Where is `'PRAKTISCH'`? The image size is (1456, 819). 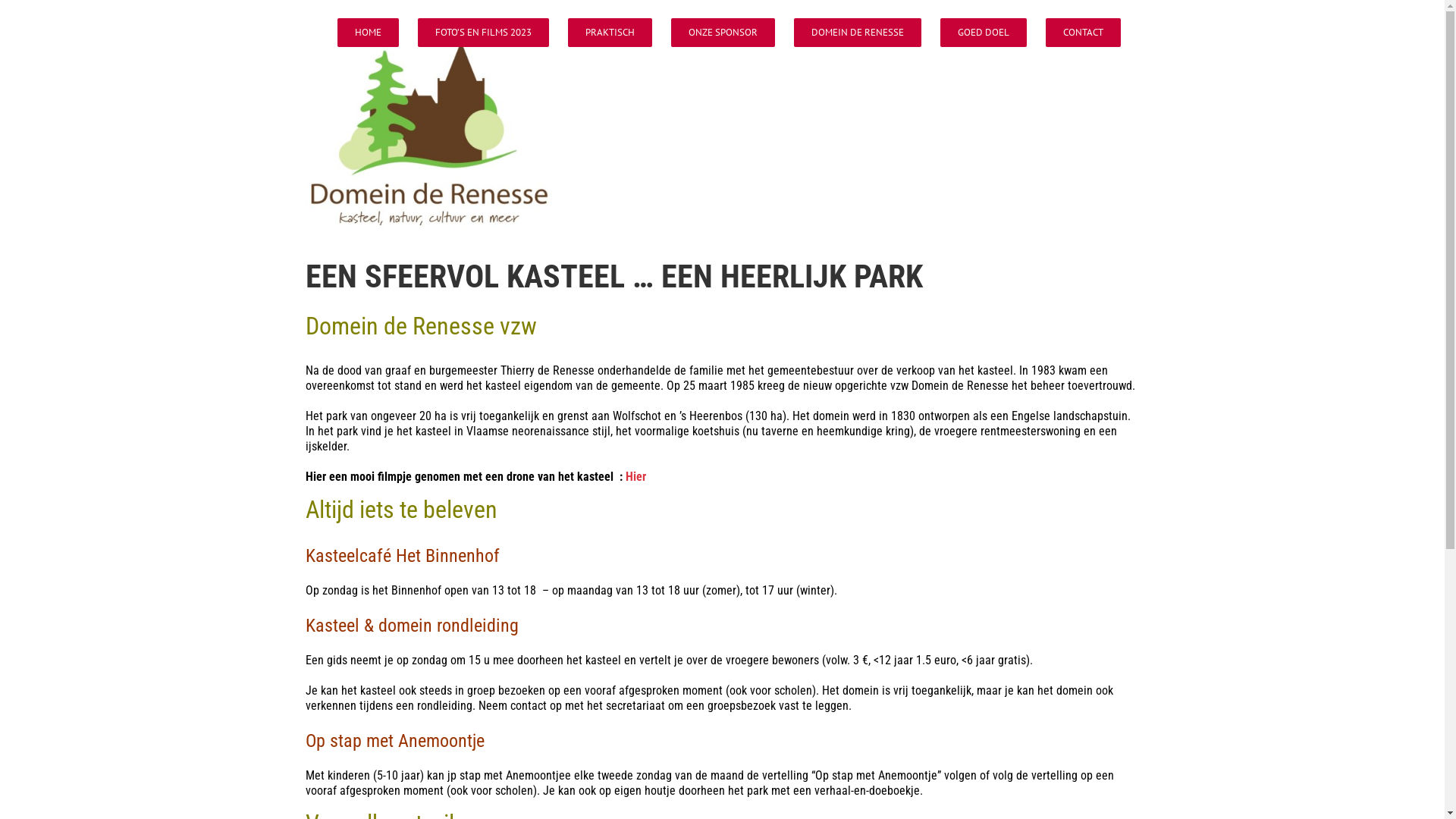
'PRAKTISCH' is located at coordinates (609, 32).